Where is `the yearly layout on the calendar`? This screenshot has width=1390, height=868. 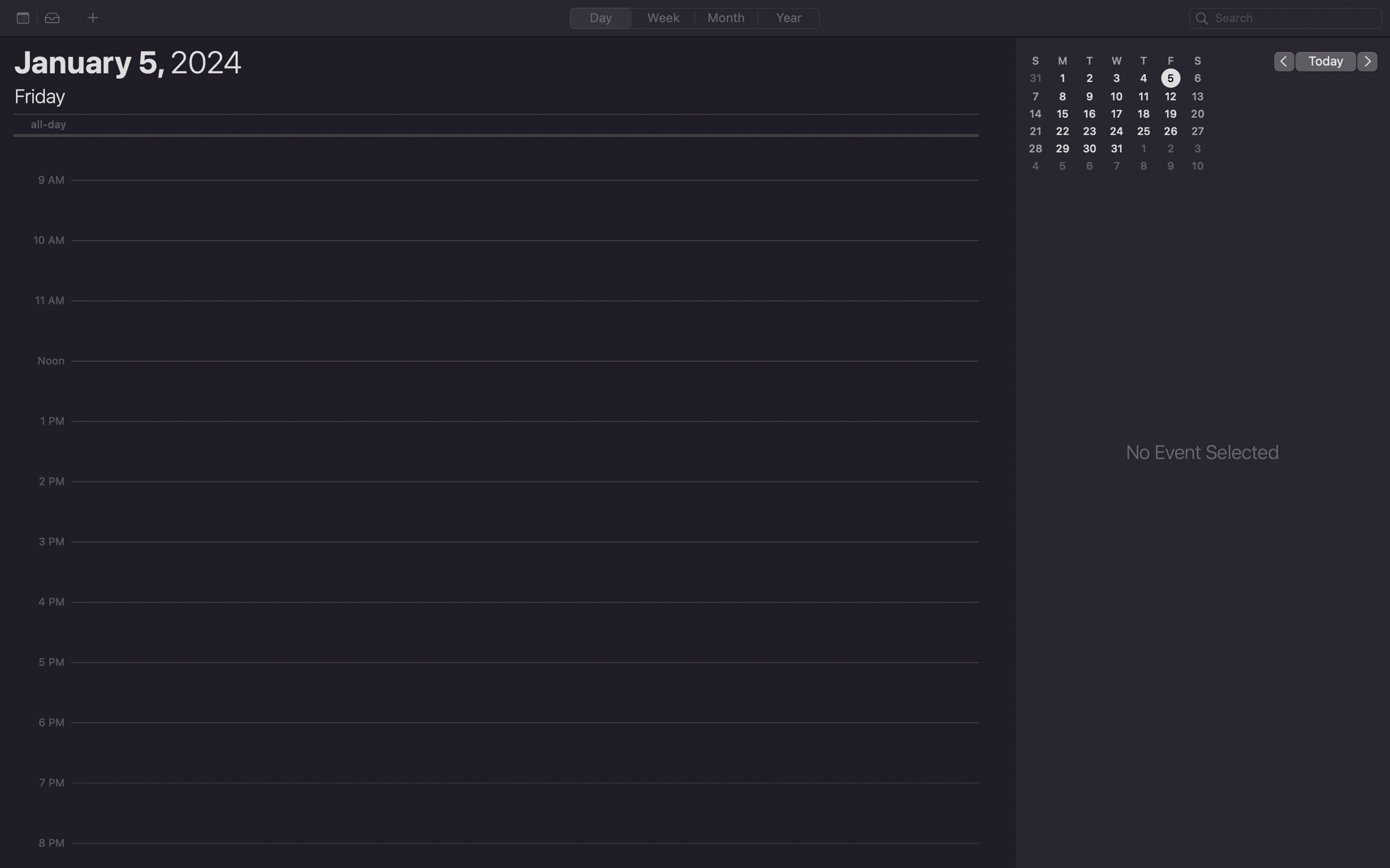 the yearly layout on the calendar is located at coordinates (788, 18).